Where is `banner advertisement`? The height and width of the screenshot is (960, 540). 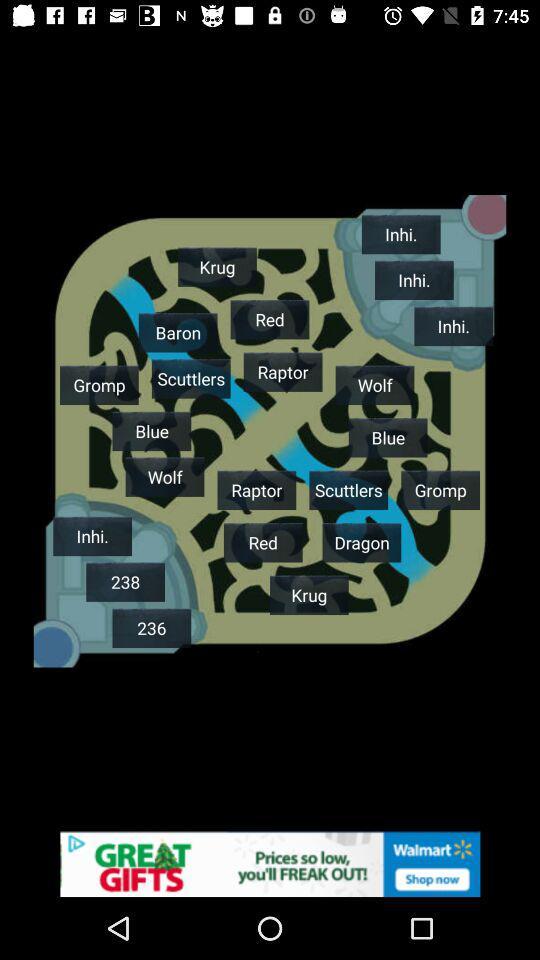
banner advertisement is located at coordinates (270, 863).